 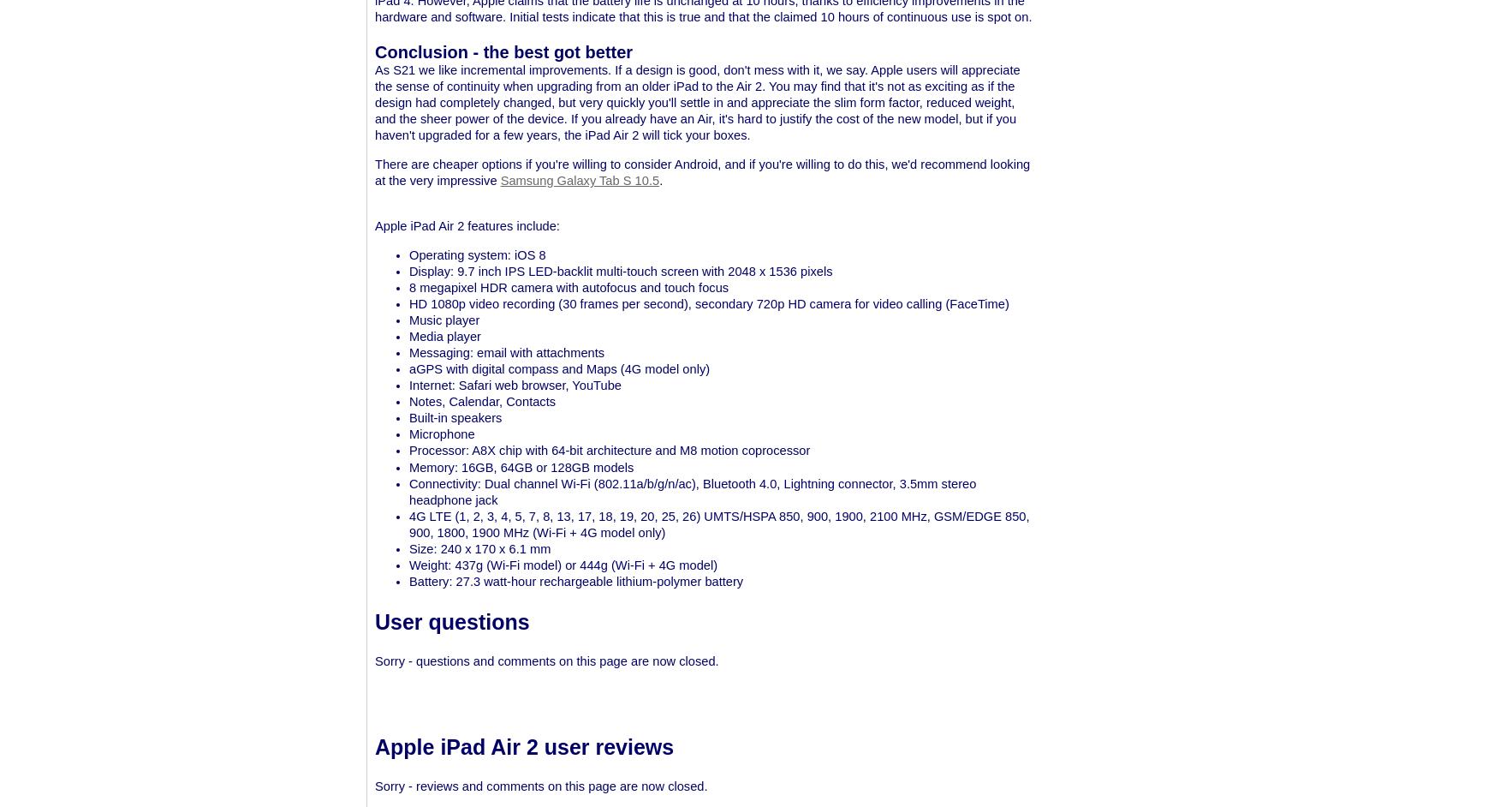 I want to click on 'Weight: 437g (Wi-Fi model) or 444g (Wi-Fi + 4G model)', so click(x=563, y=564).